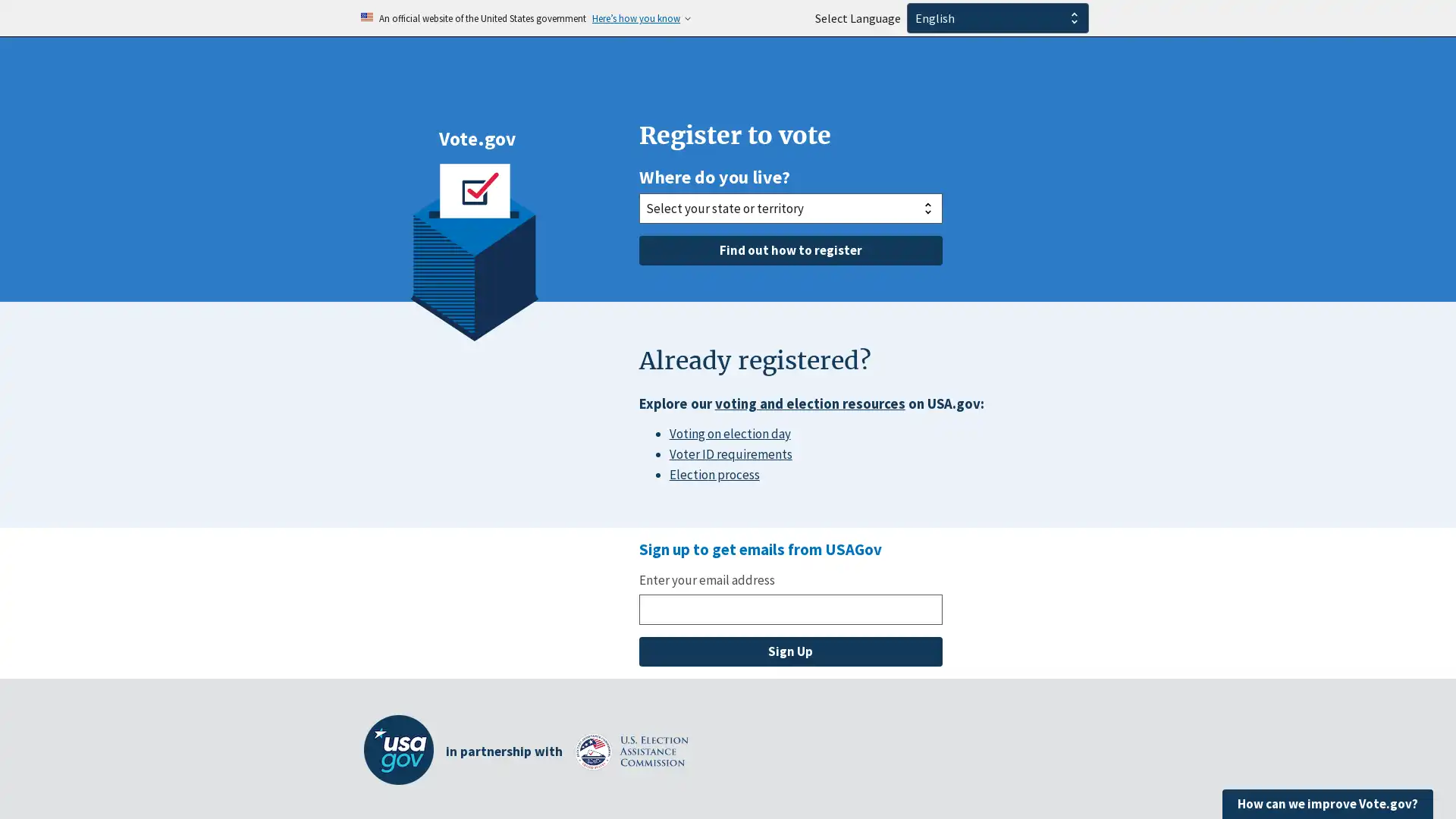 This screenshot has height=819, width=1456. What do you see at coordinates (789, 650) in the screenshot?
I see `Sign Up` at bounding box center [789, 650].